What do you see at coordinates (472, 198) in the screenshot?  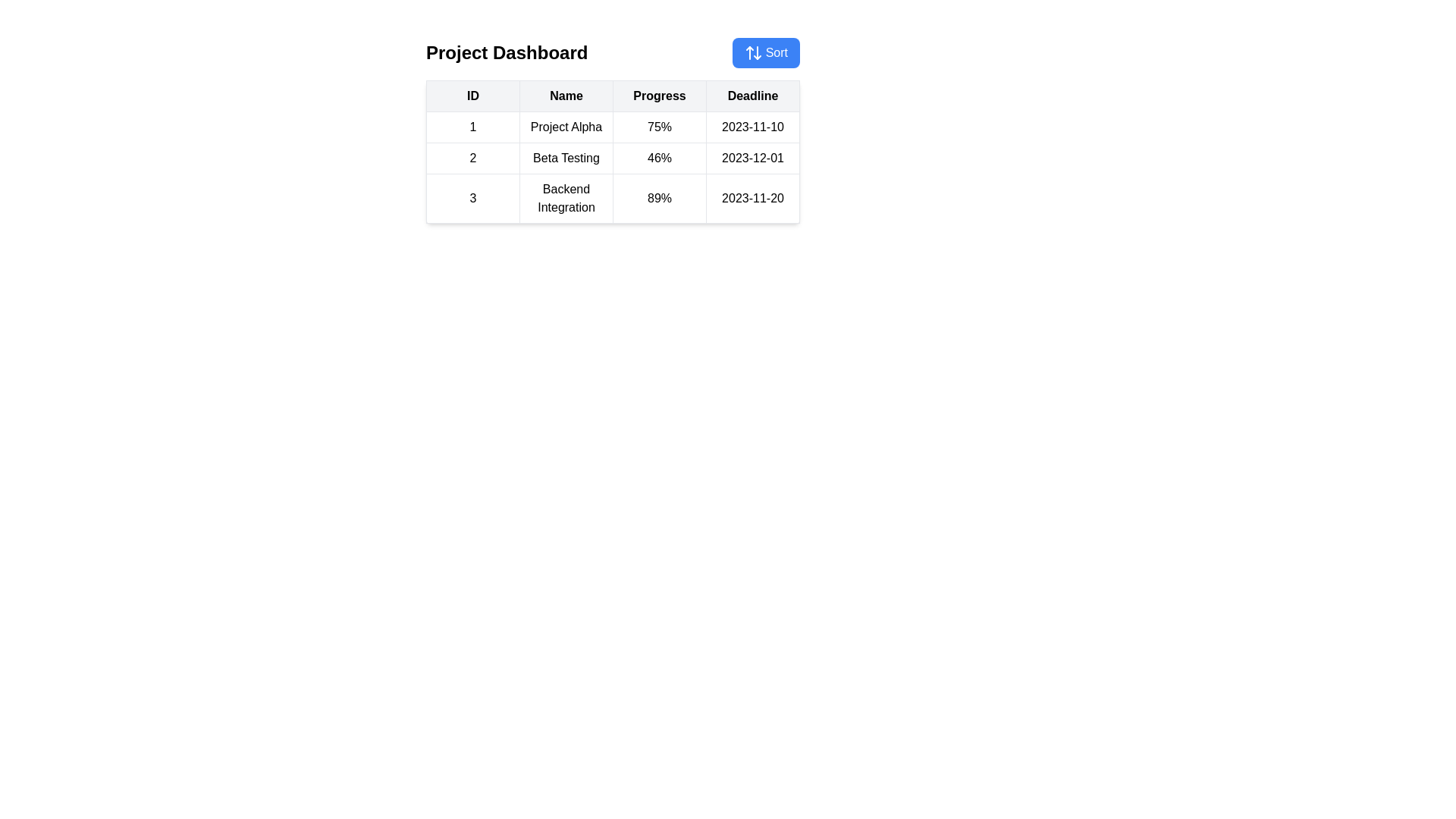 I see `the table cell in the leftmost column under the header 'ID' in the third row` at bounding box center [472, 198].